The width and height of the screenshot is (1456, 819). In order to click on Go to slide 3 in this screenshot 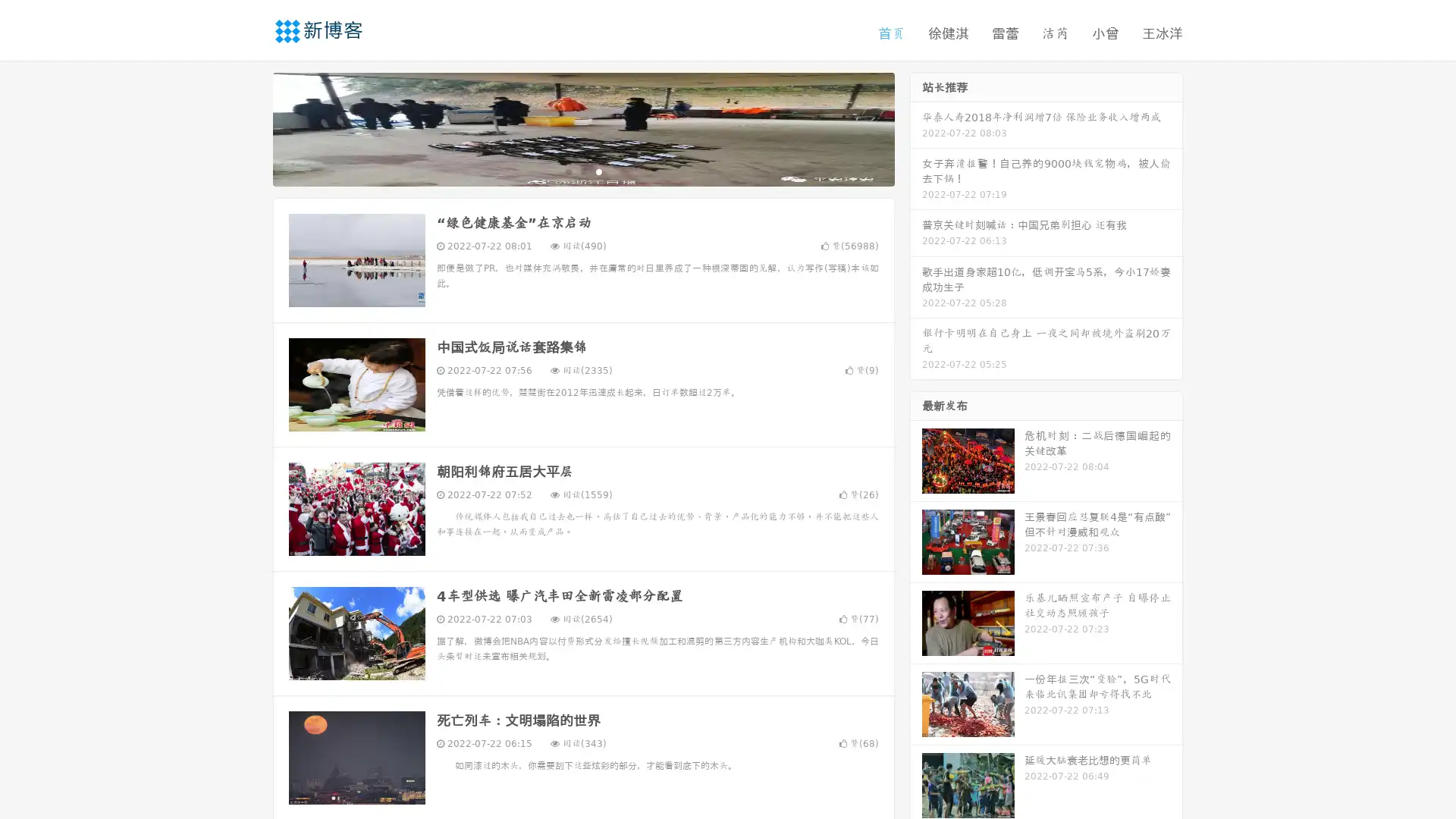, I will do `click(598, 171)`.